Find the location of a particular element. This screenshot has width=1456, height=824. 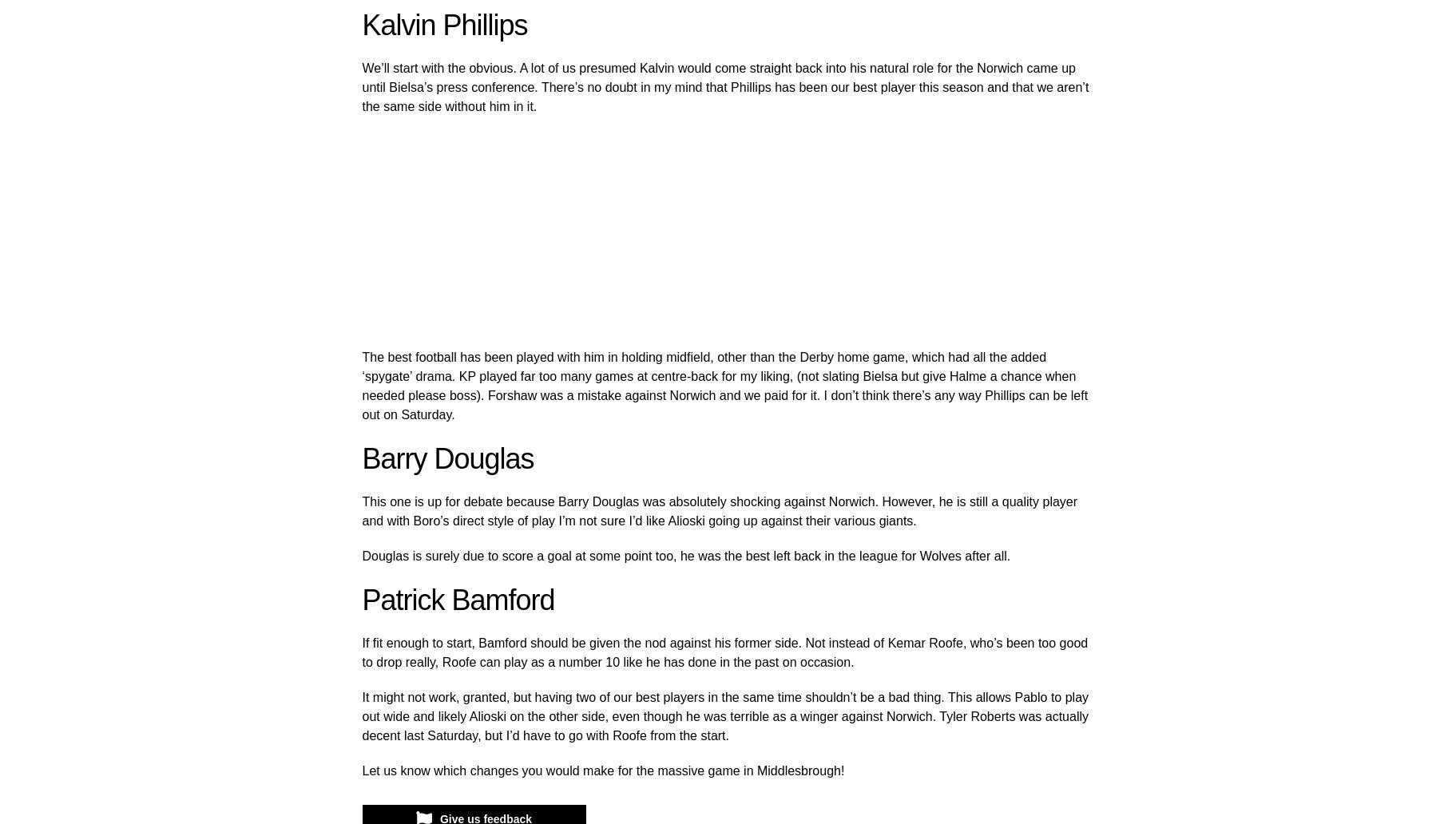

'Kalvin Phillips' is located at coordinates (444, 25).